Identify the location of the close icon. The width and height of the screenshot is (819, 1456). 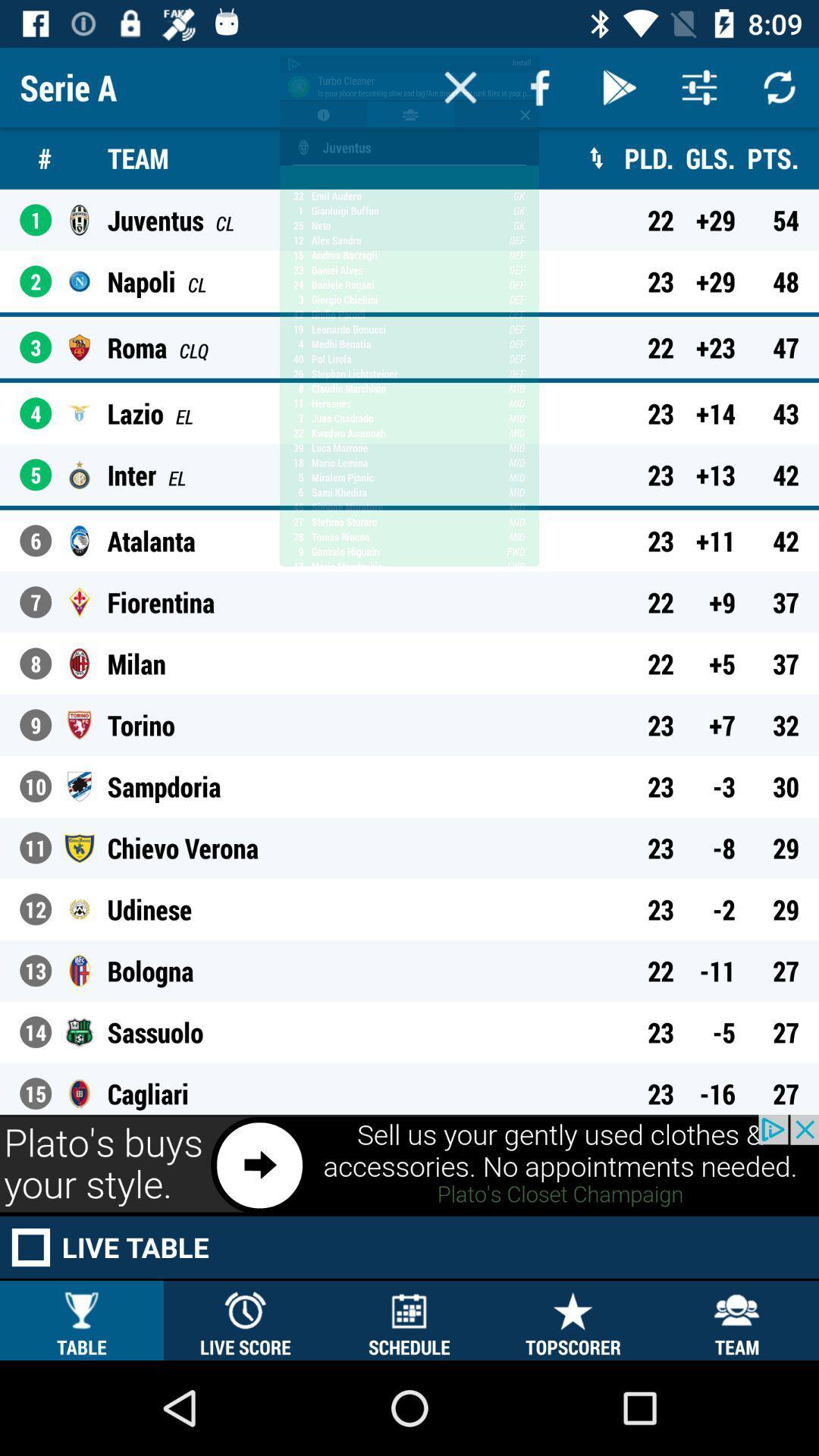
(460, 86).